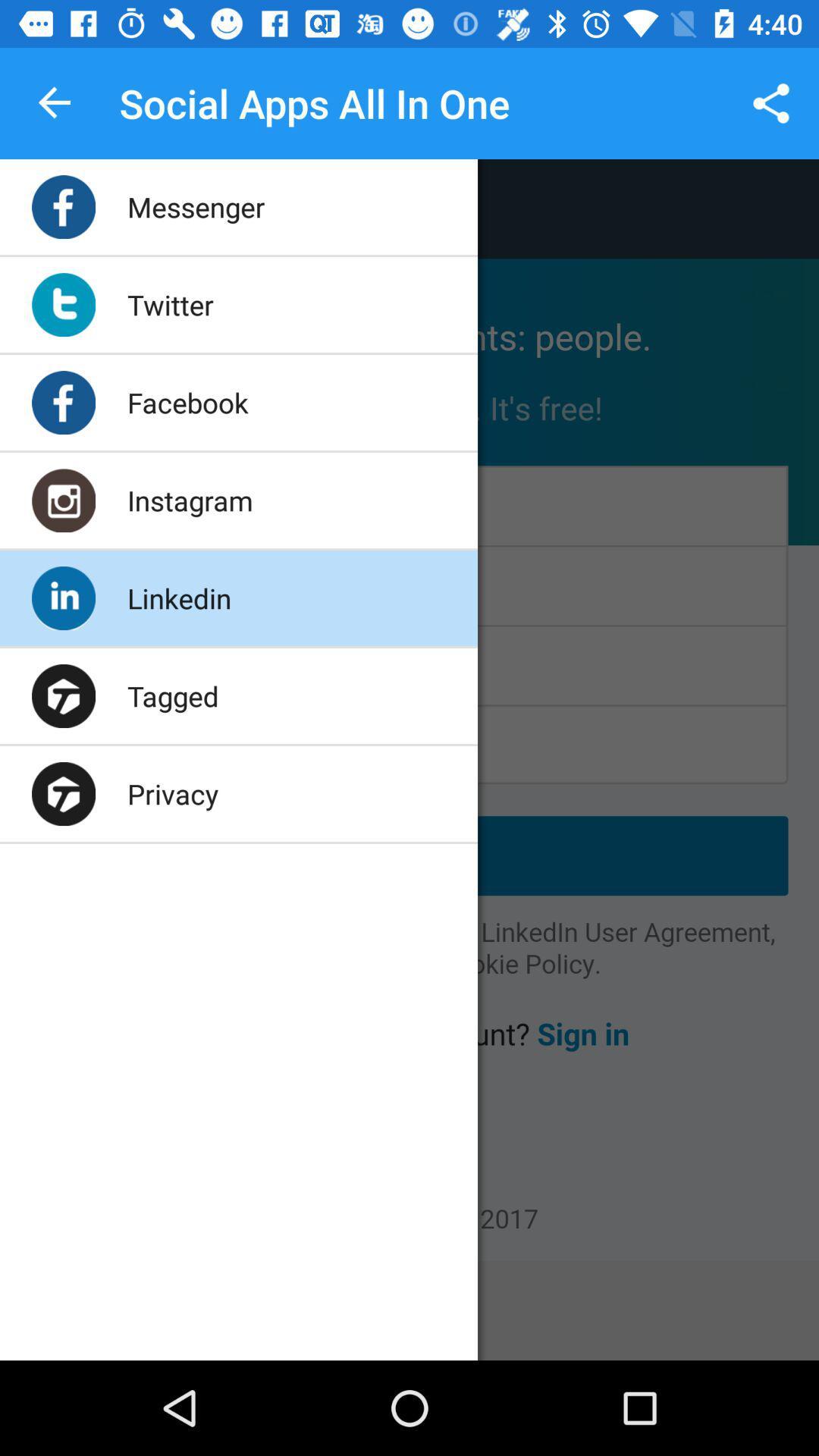  I want to click on the messenger item, so click(195, 206).